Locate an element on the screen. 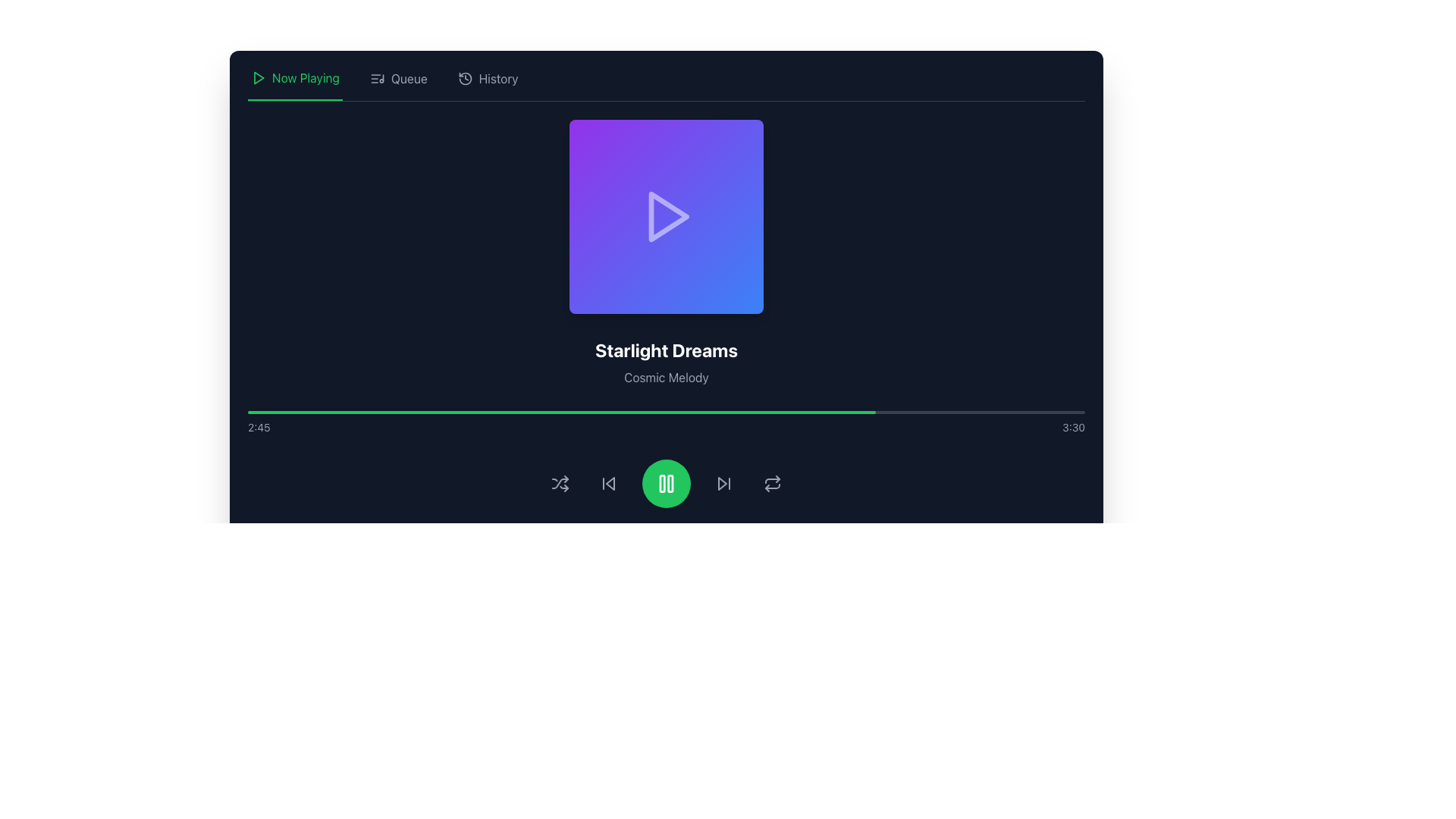 This screenshot has width=1456, height=819. the progress bar is located at coordinates (290, 412).